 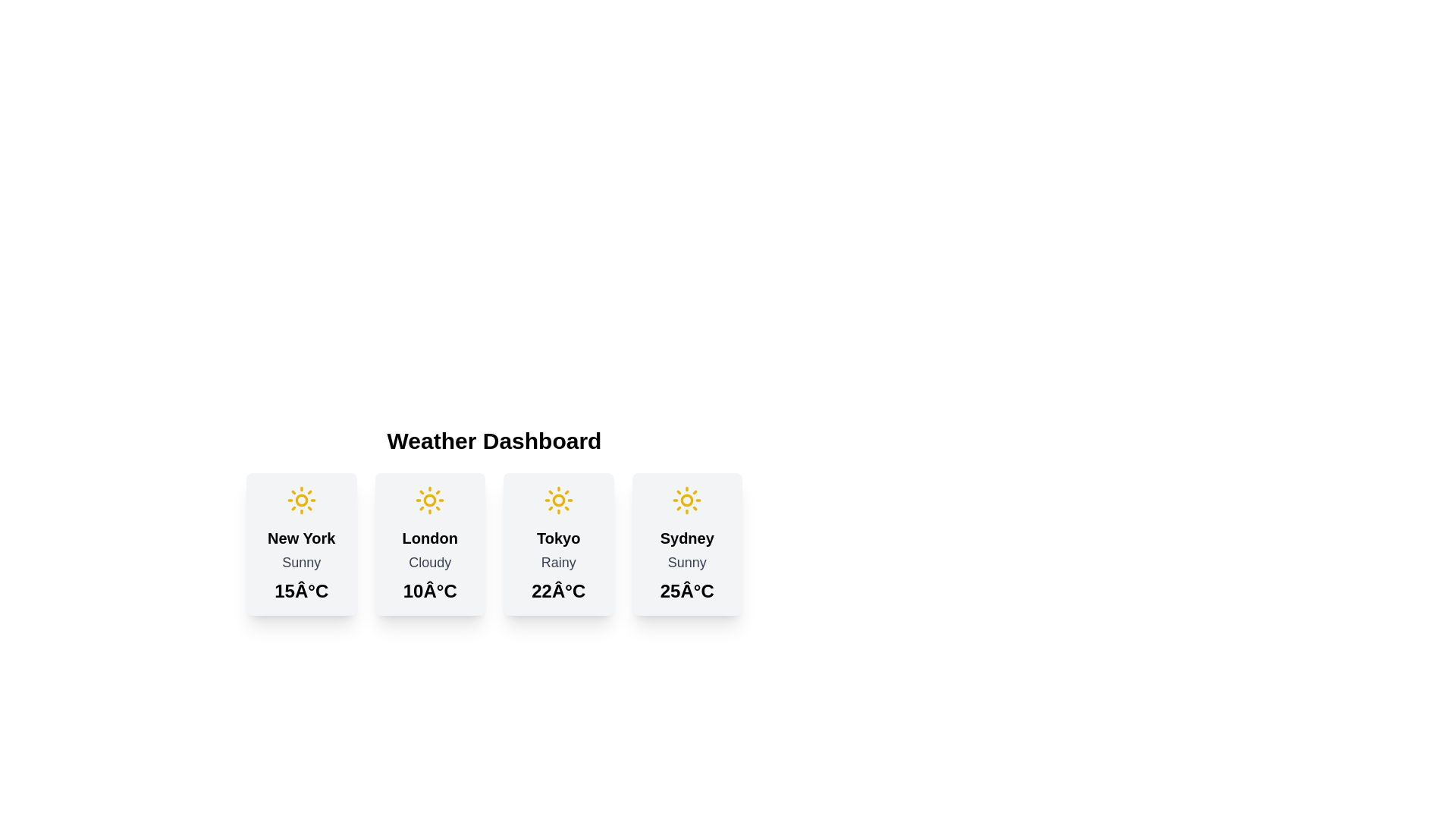 I want to click on the 'Sunny' label displayed in gray, located in the fourth weather card for 'Sydney', positioned below the city name and above the temperature, so click(x=686, y=562).